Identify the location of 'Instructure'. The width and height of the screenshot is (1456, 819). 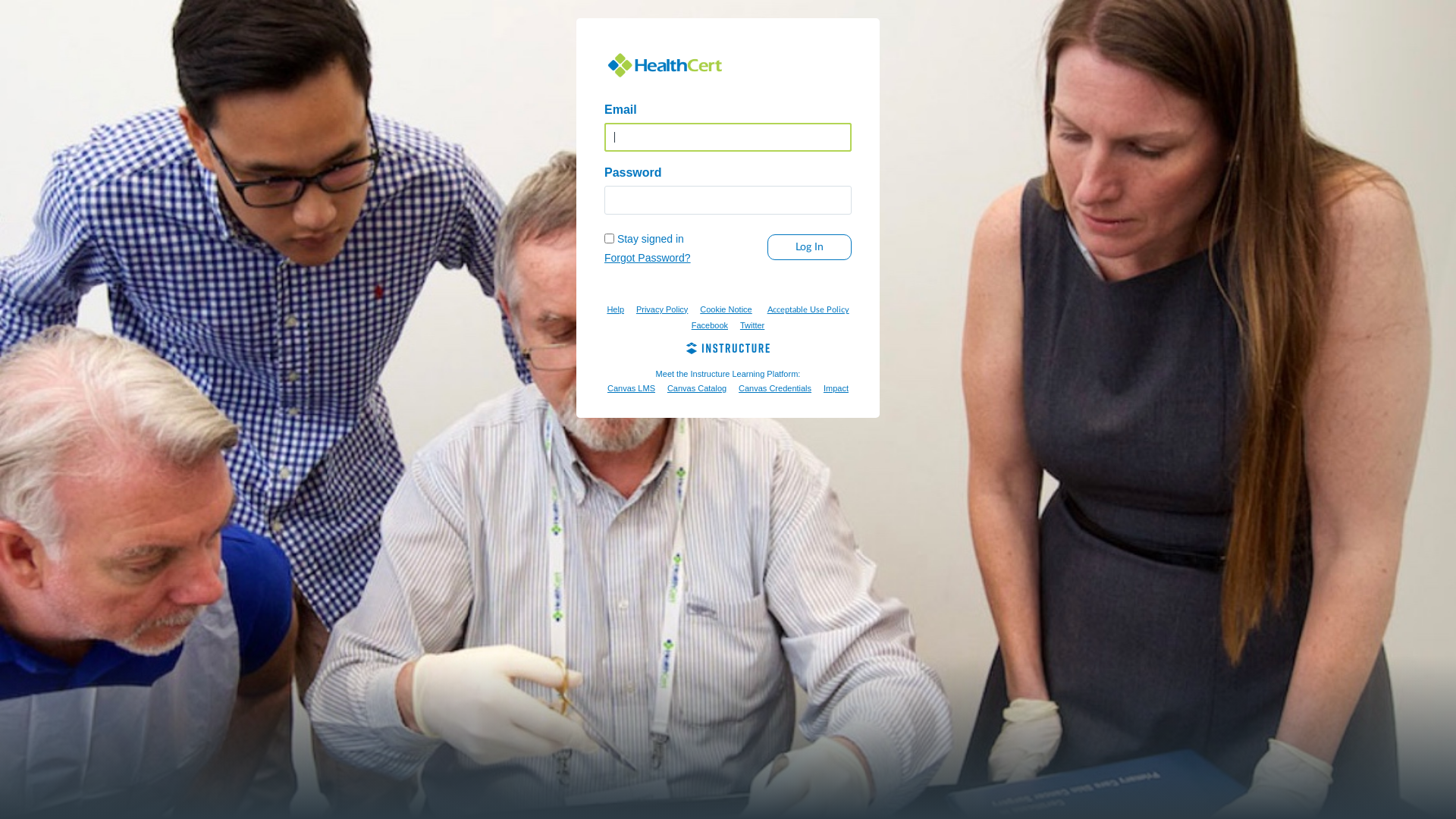
(728, 350).